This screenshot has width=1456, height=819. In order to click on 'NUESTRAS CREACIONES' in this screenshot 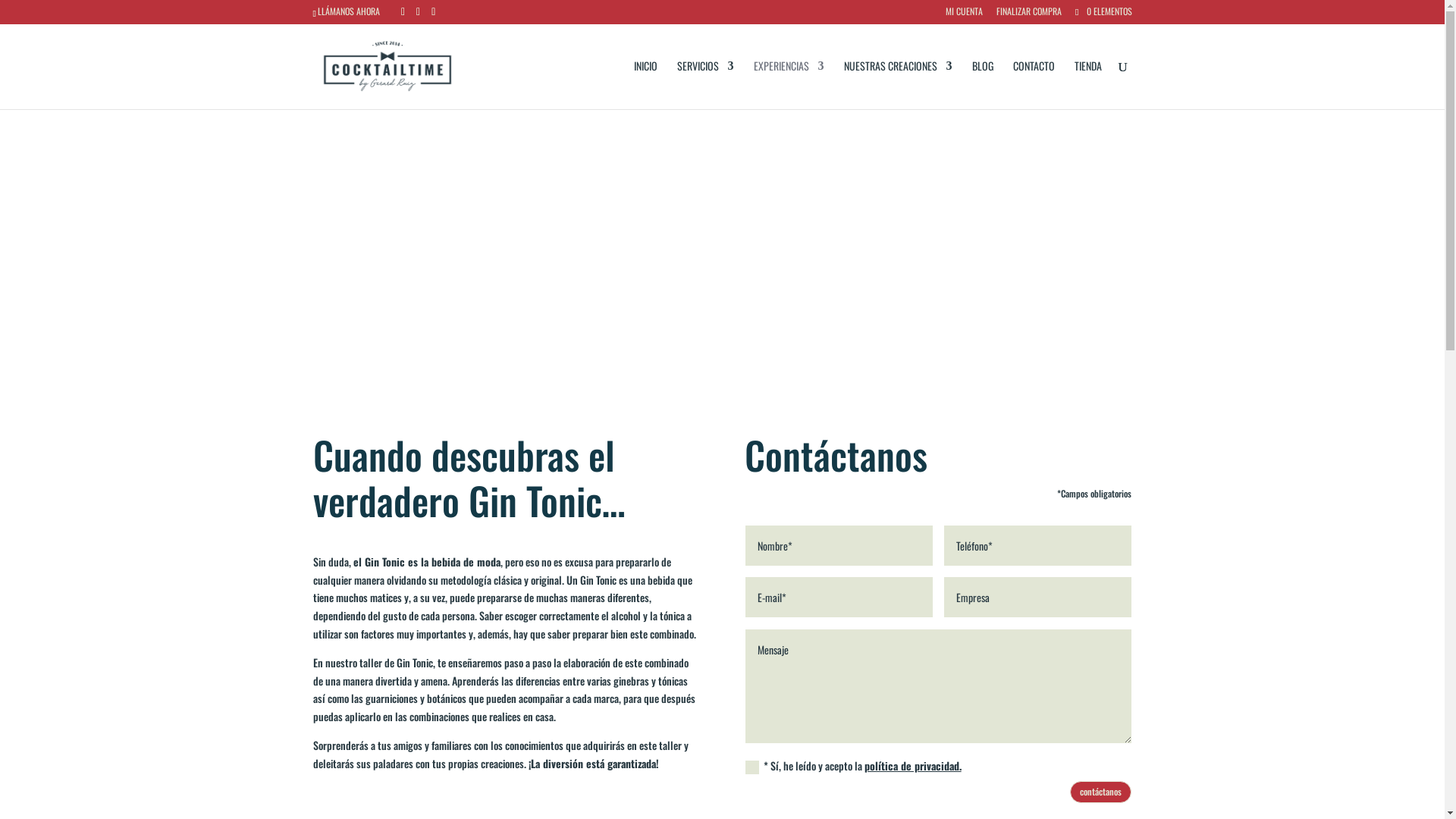, I will do `click(843, 84)`.